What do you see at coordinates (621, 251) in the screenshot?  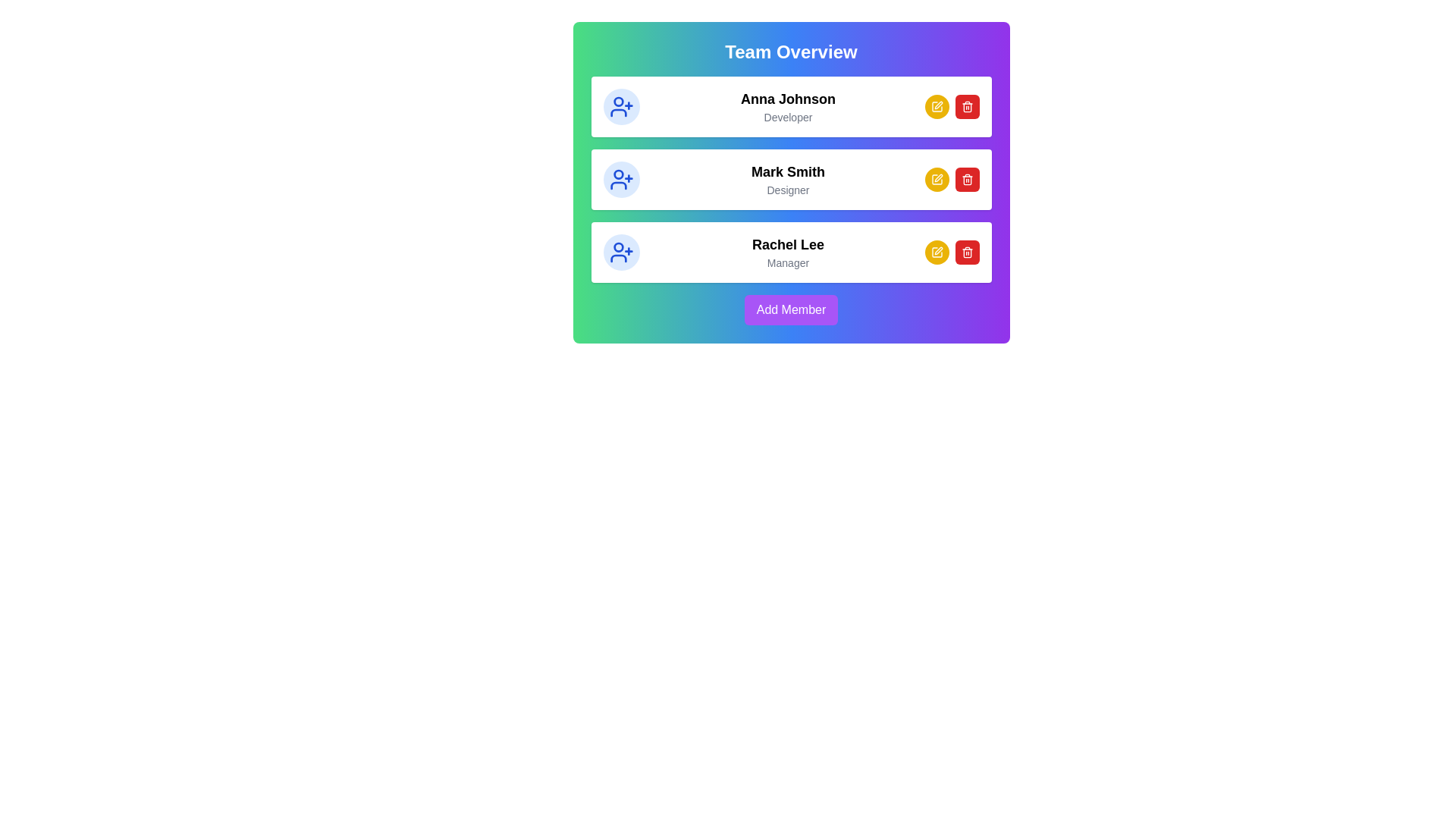 I see `the blue user icon with a plus sign located to the left side of the list item for 'Rachel Lee - Manager' in the card layout` at bounding box center [621, 251].